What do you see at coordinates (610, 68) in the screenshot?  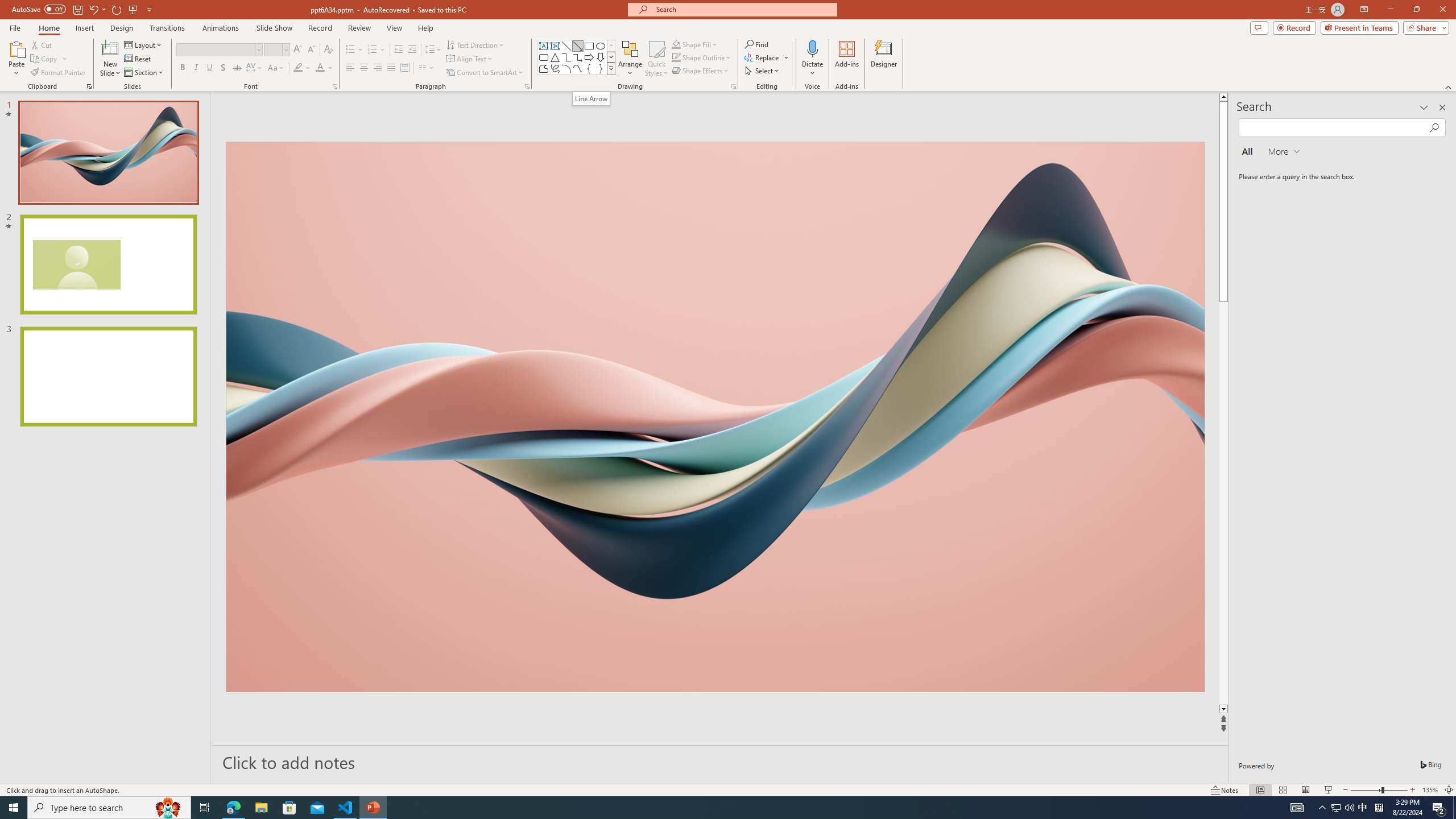 I see `'Class: NetUIImage'` at bounding box center [610, 68].